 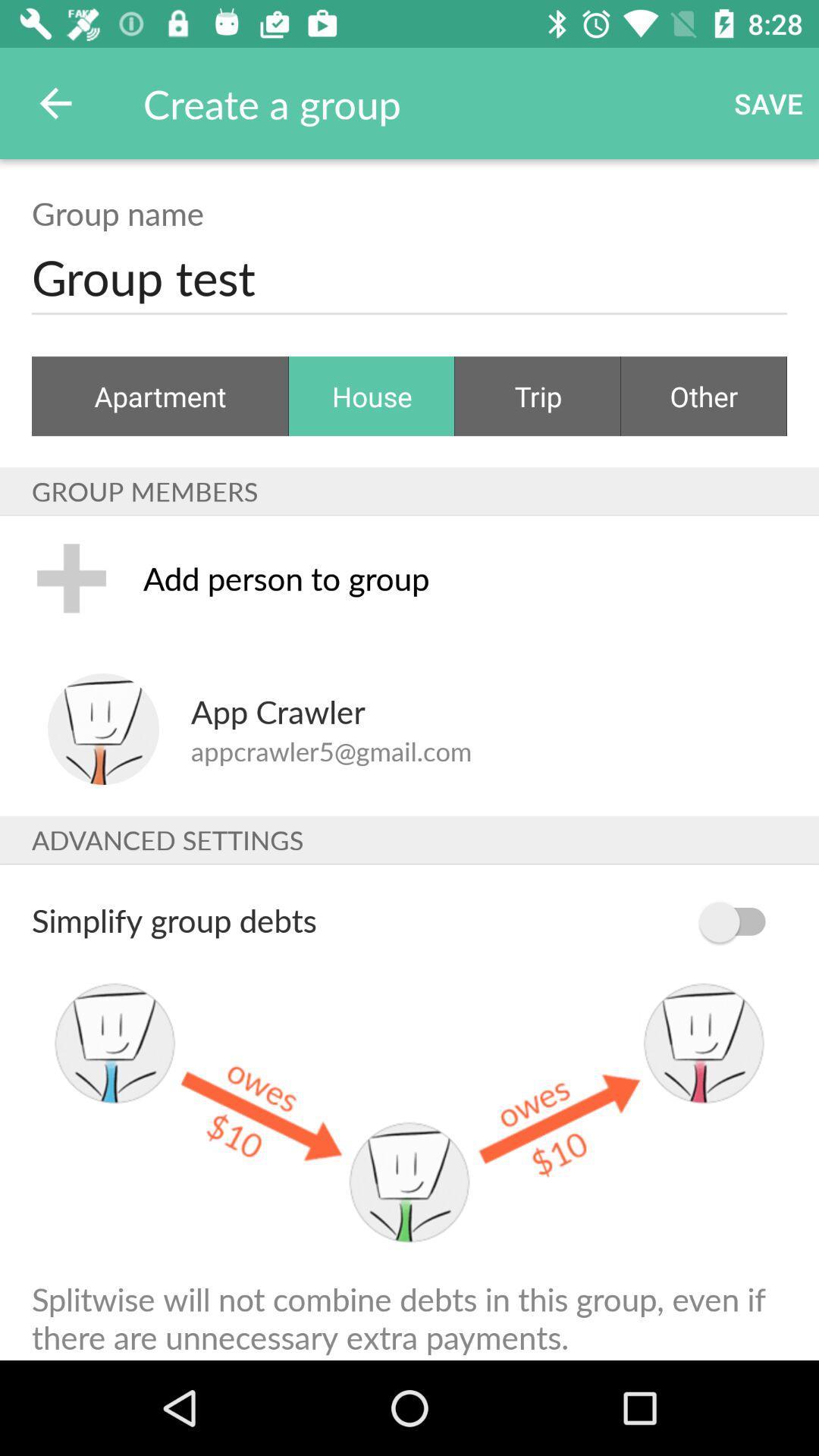 What do you see at coordinates (102, 729) in the screenshot?
I see `icon to the left of app crawler` at bounding box center [102, 729].